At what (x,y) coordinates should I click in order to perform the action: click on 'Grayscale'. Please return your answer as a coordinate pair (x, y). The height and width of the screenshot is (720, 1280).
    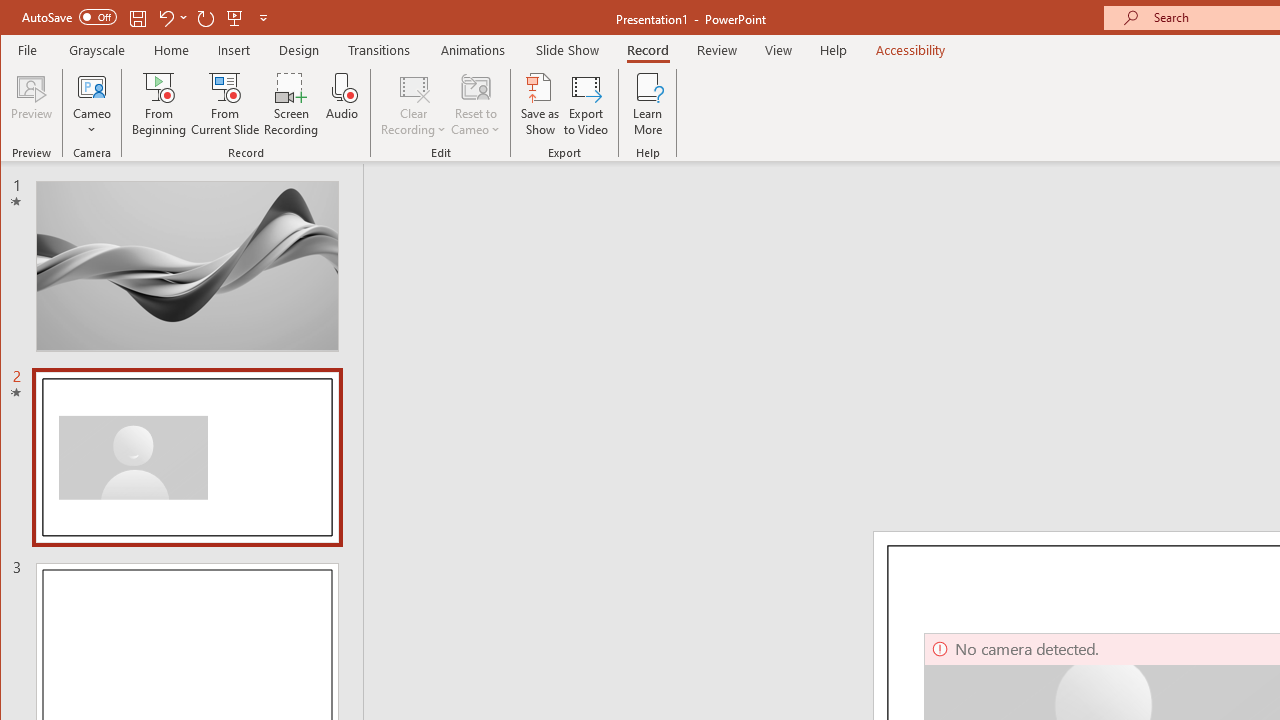
    Looking at the image, I should click on (96, 49).